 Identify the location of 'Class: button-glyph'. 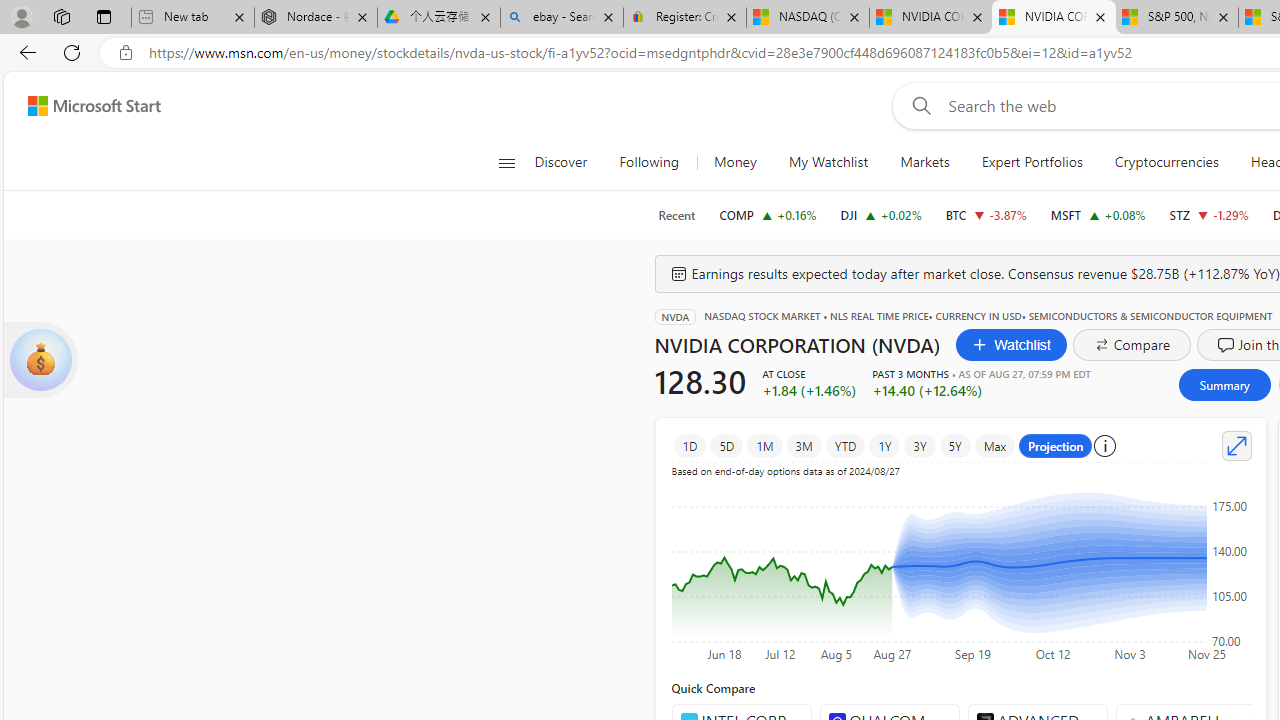
(506, 162).